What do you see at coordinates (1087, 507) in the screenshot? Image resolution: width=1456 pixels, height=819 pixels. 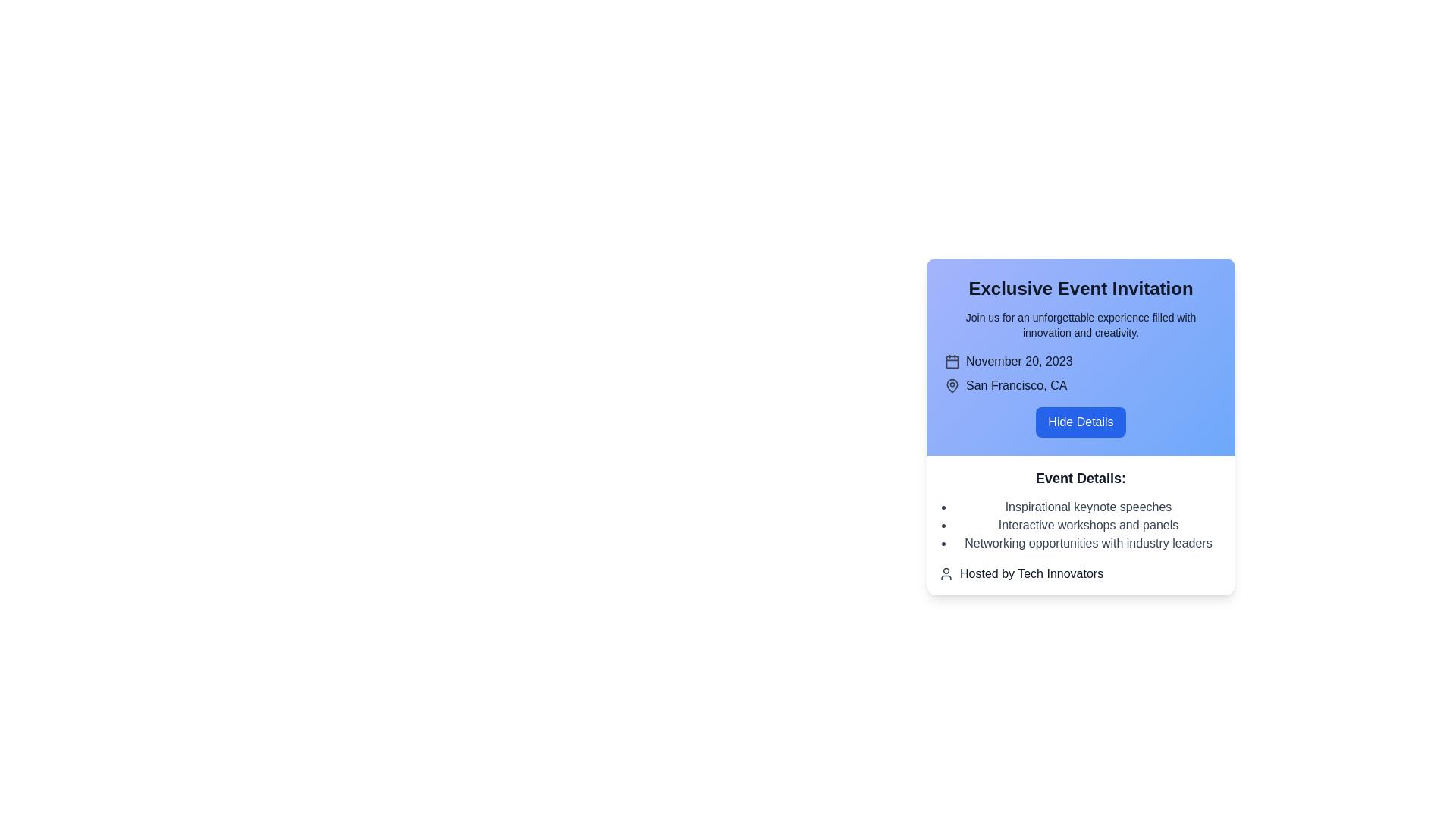 I see `the first item in the bulleted list under the 'Event Details' section, which is a non-interactive Text Label conveying information about the event feature` at bounding box center [1087, 507].